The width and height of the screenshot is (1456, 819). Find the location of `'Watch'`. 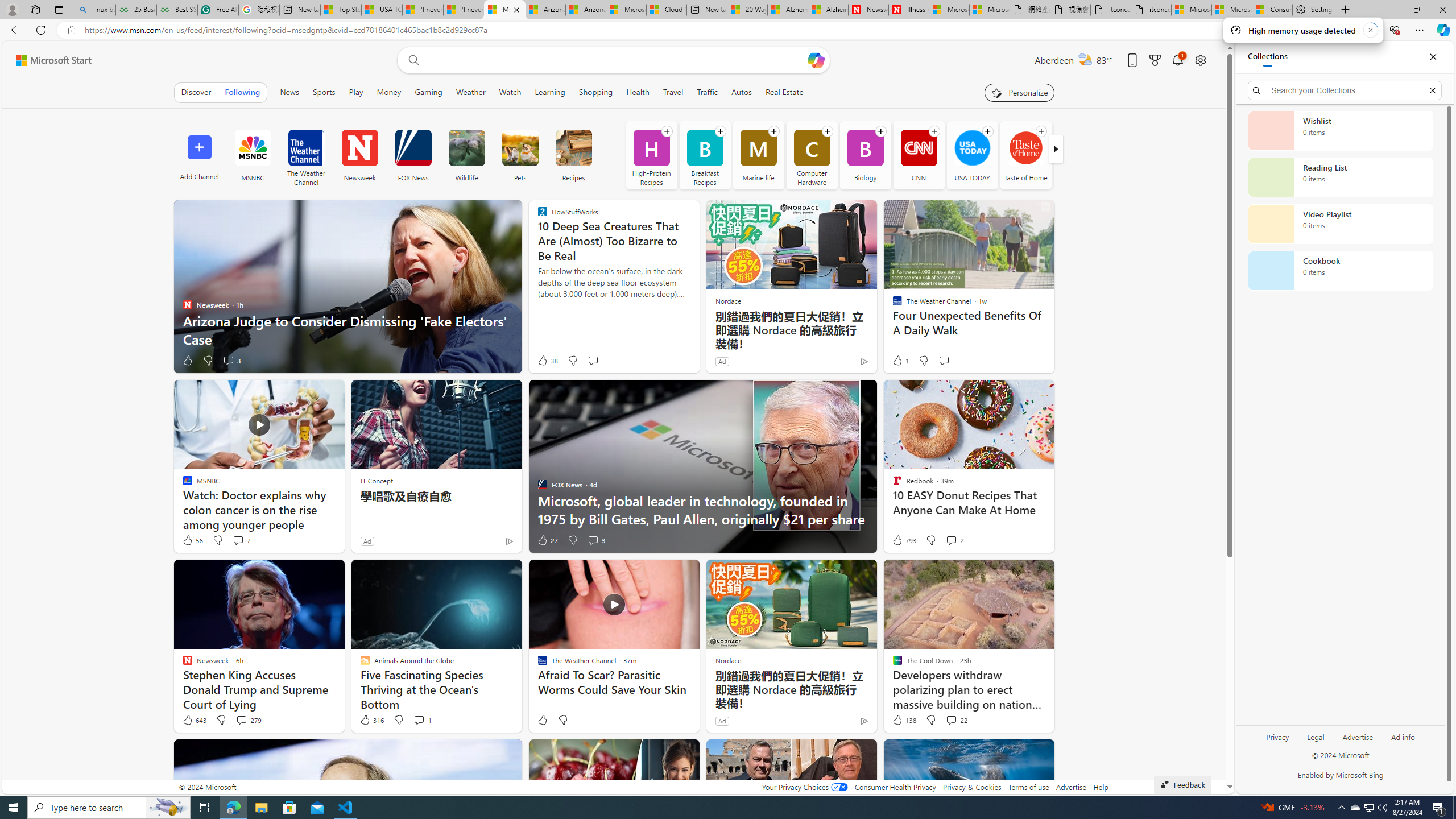

'Watch' is located at coordinates (510, 92).